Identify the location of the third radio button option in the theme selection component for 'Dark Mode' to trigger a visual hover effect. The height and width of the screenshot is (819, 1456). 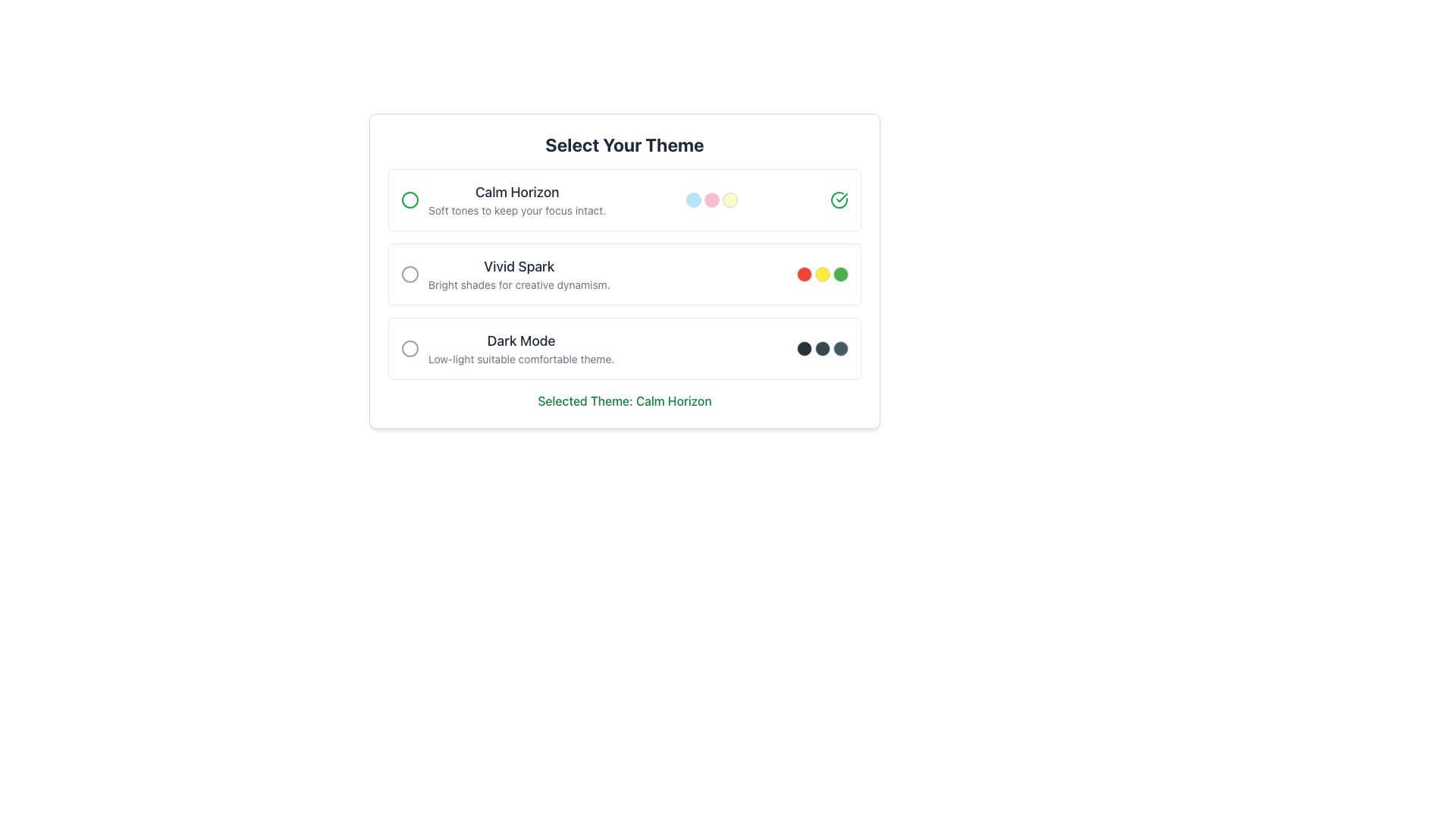
(625, 348).